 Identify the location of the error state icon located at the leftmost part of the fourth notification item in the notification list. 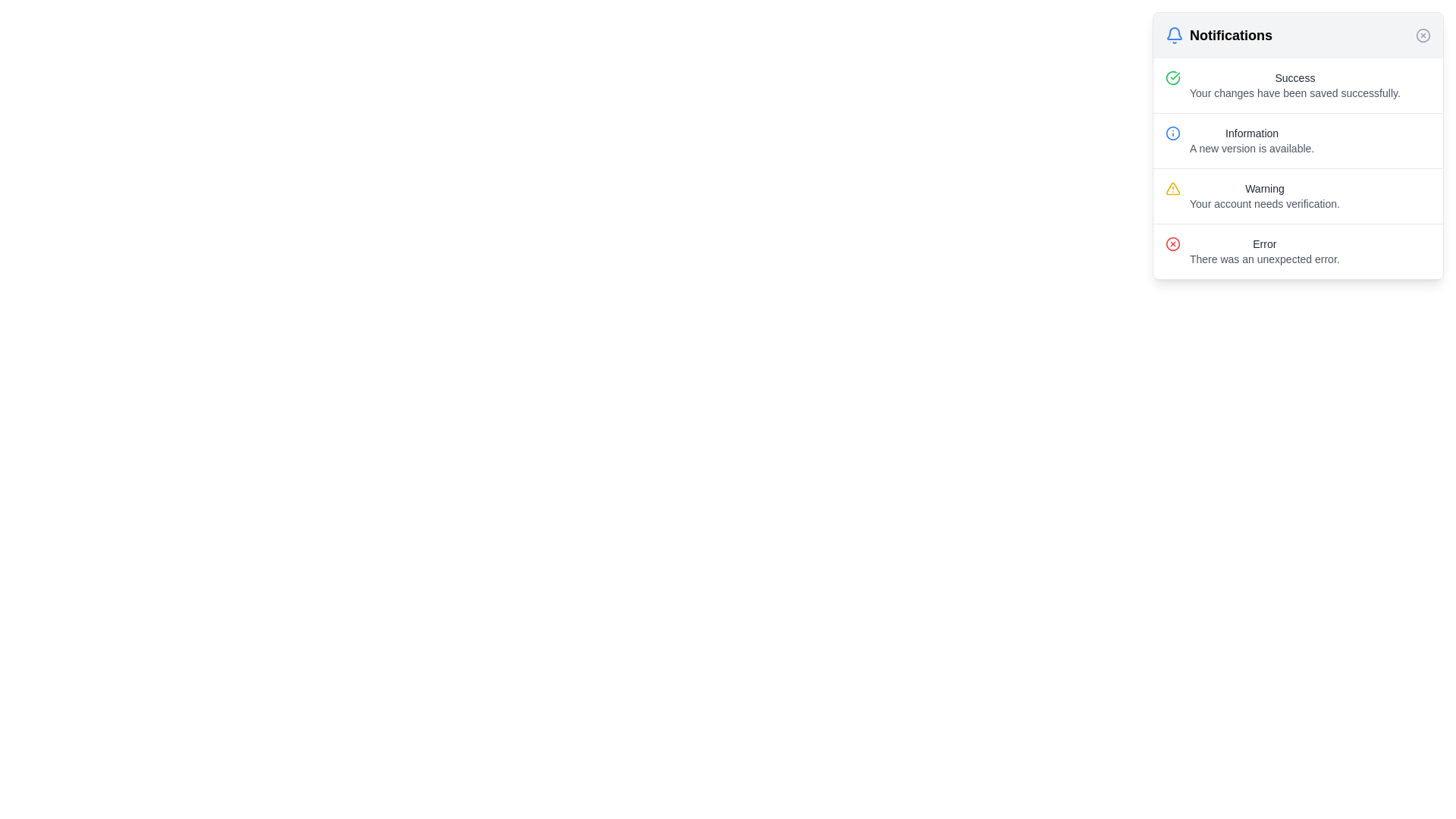
(1172, 243).